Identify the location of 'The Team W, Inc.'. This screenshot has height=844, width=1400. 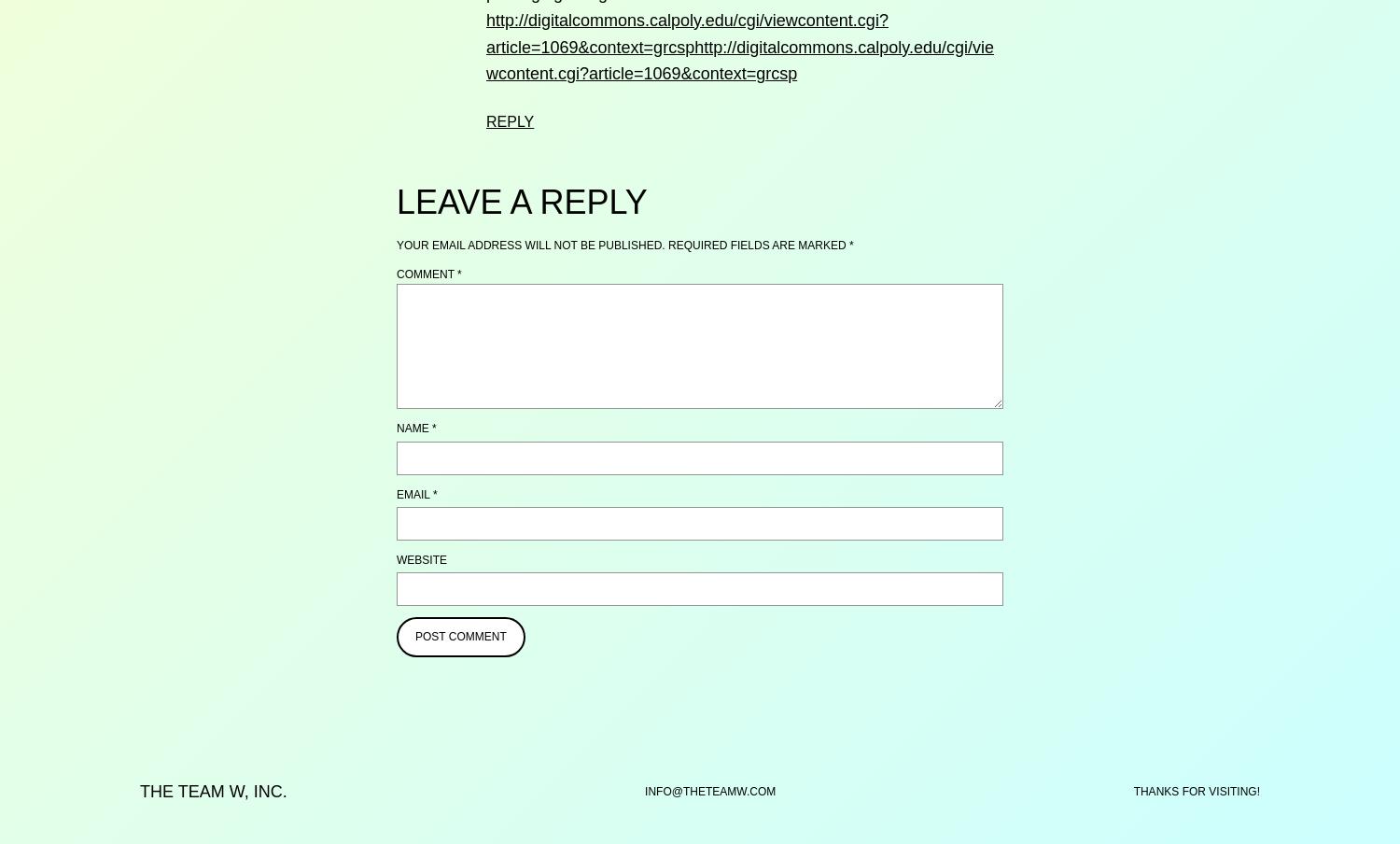
(212, 792).